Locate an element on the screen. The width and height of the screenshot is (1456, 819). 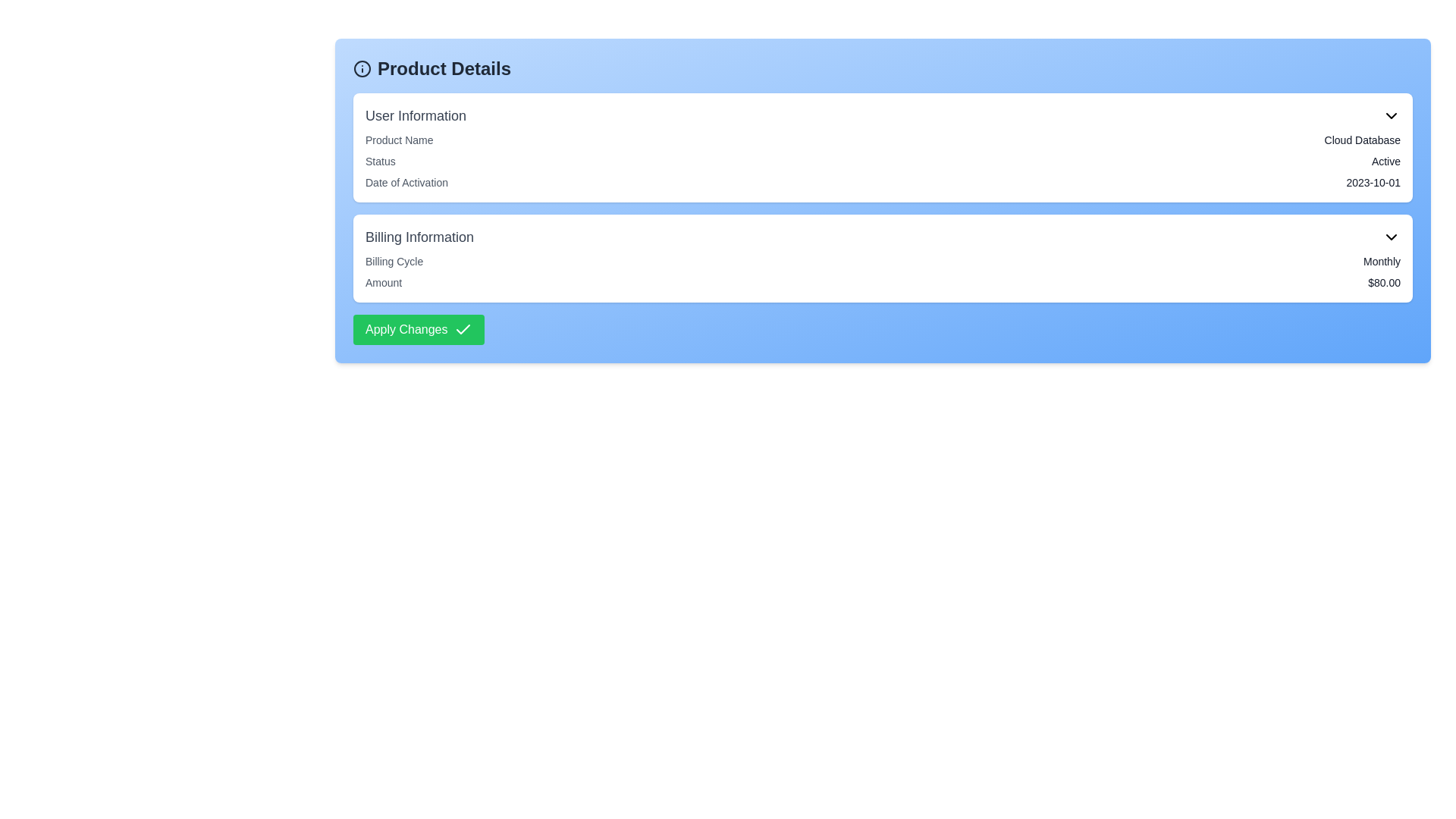
the 'Product Name' text label displayed in black font on a white background within the 'User Information' section is located at coordinates (399, 140).